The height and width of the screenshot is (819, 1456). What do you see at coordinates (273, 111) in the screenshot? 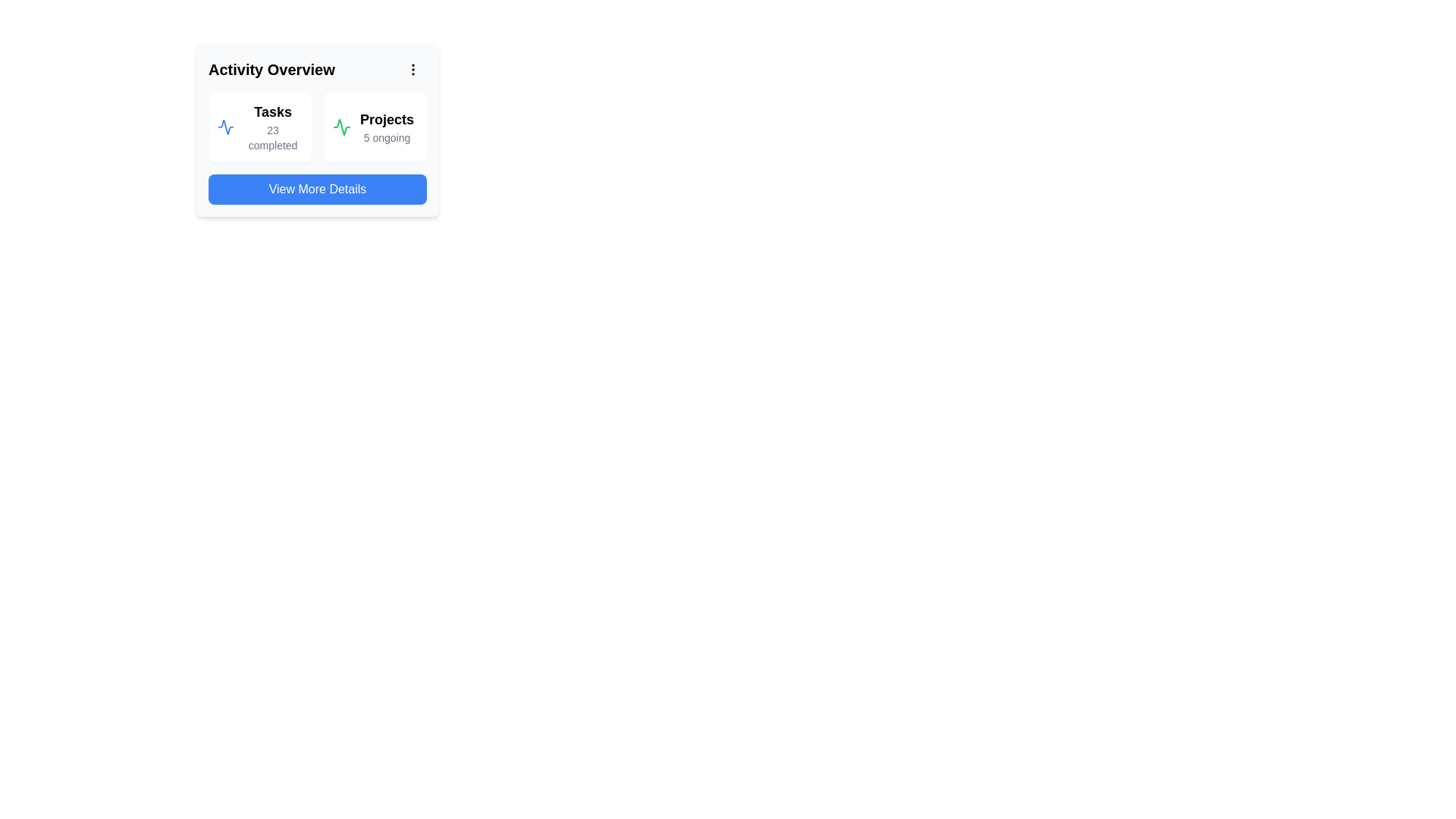
I see `text of the 'Tasks' label, which is prominently displayed in bold at the top of a card layout, above the '23 completed' text` at bounding box center [273, 111].